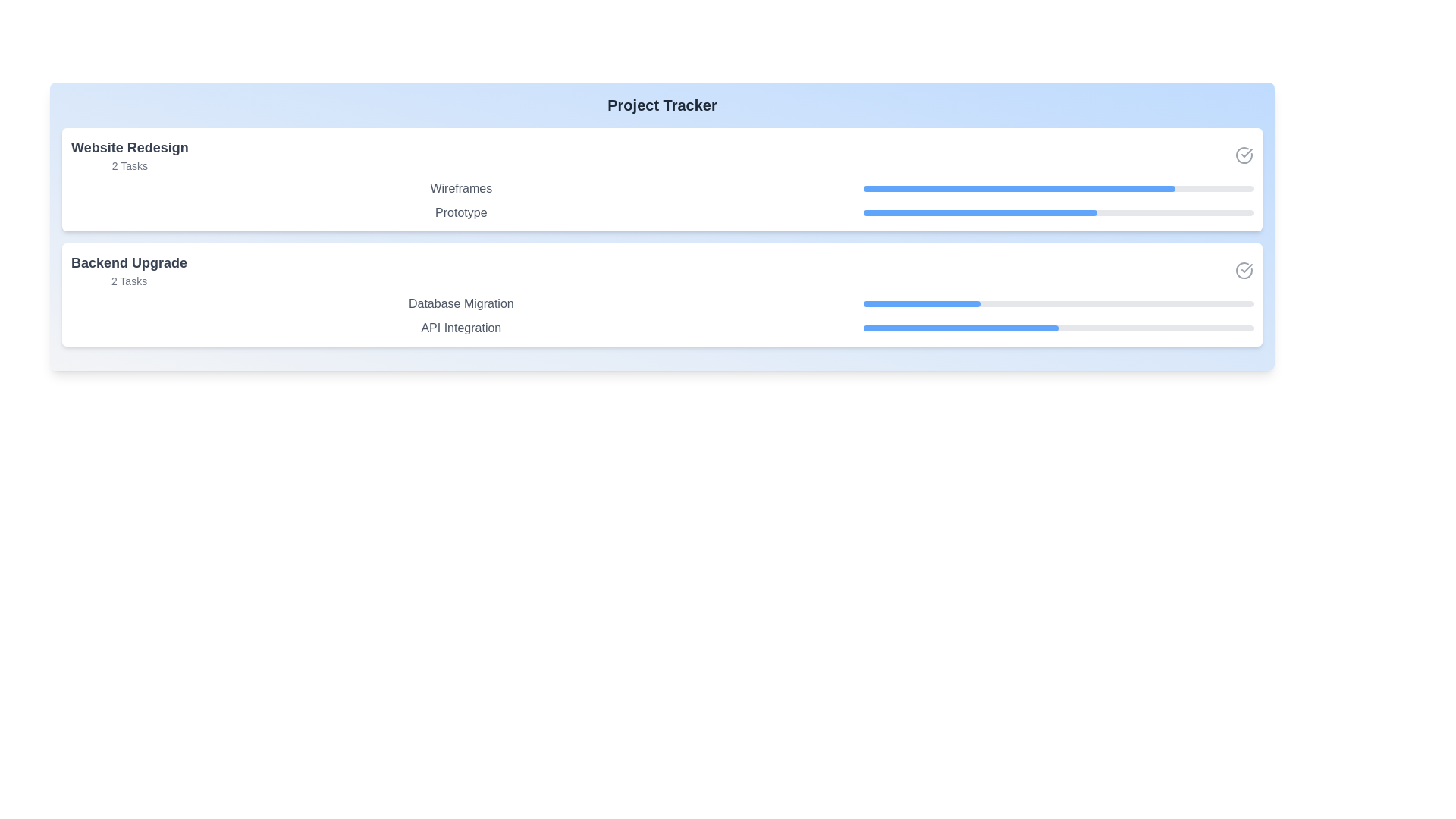 The width and height of the screenshot is (1456, 819). I want to click on the progress bar segment indicating 30% completion of the 'Database Migration' task in the 'Backend Upgrade' section, so click(921, 304).